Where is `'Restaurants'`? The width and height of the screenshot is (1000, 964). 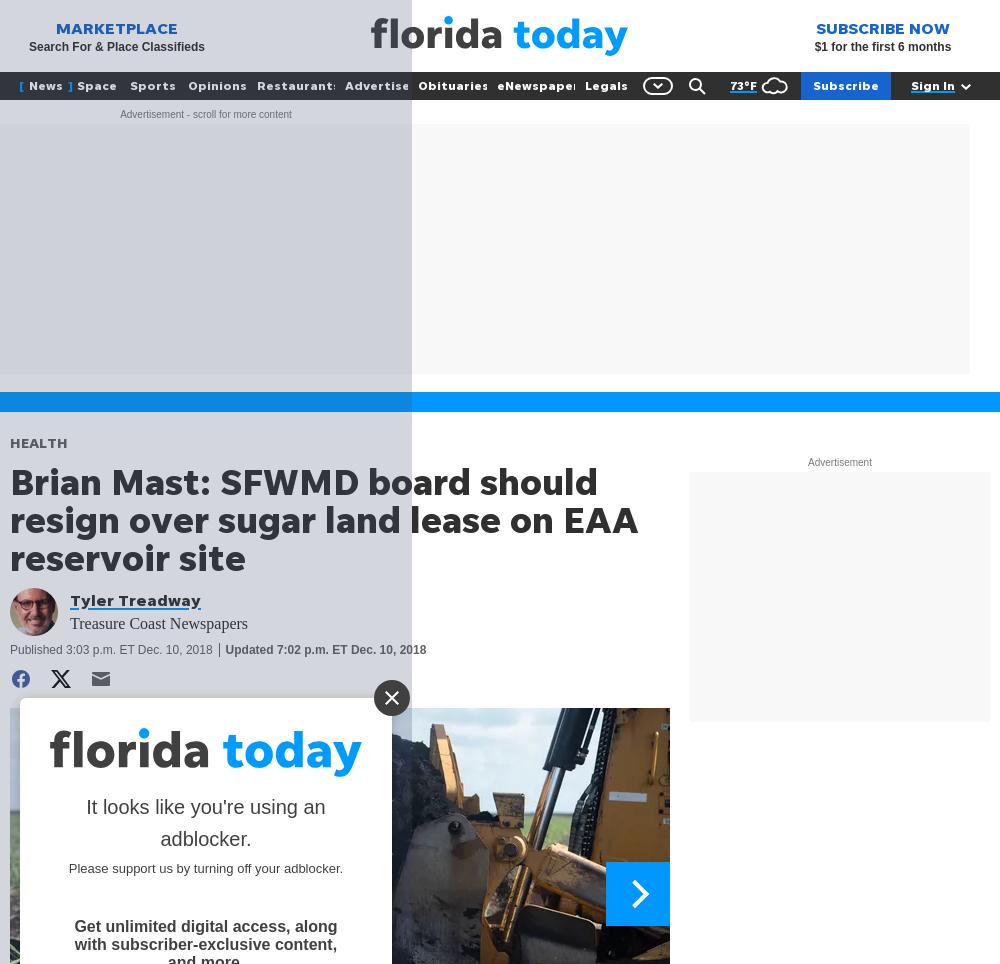 'Restaurants' is located at coordinates (297, 84).